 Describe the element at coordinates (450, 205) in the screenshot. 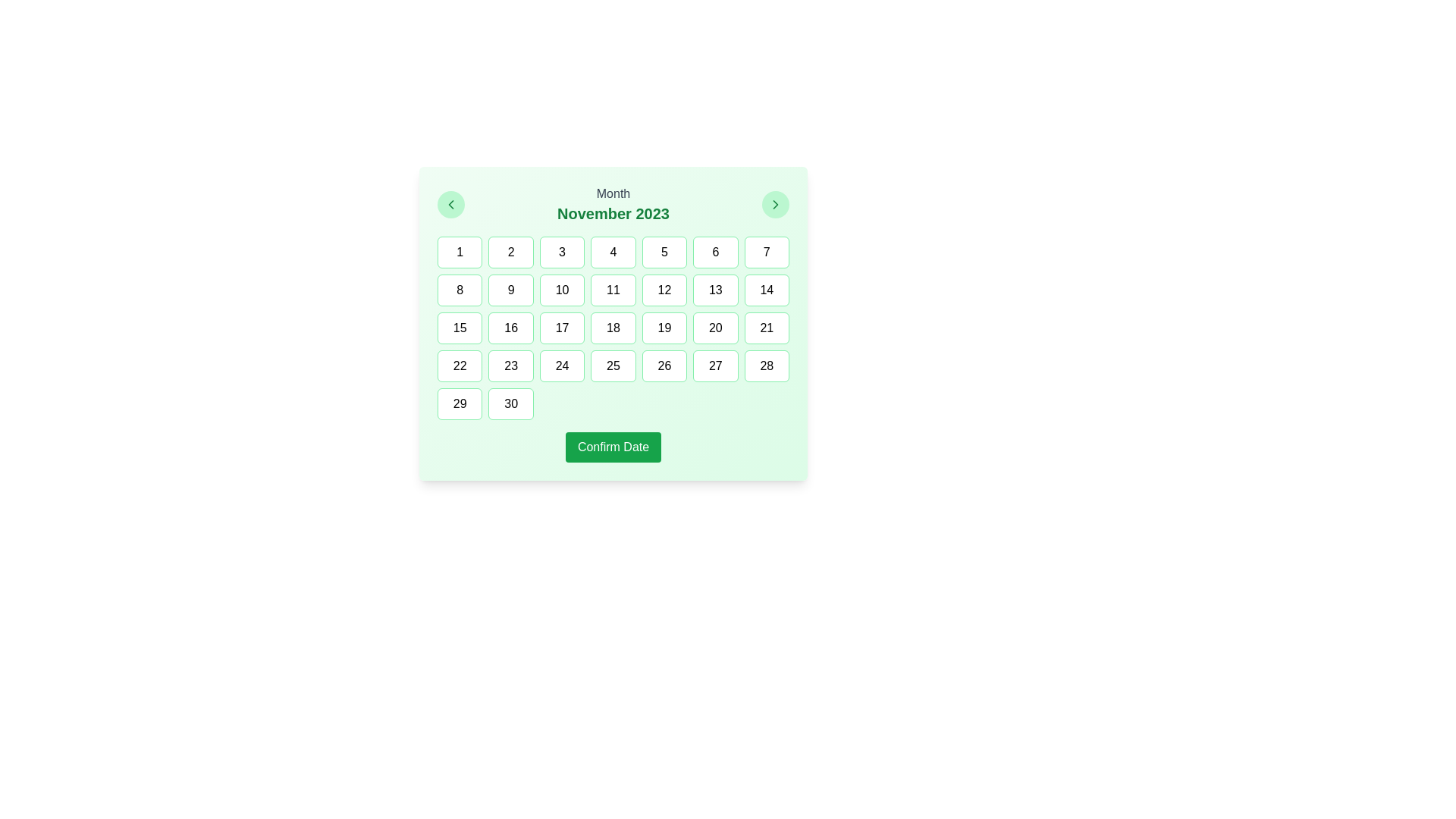

I see `the chevron icon located in the top-left circular area of the calendar UI, which is used for navigating to the previous month` at that location.